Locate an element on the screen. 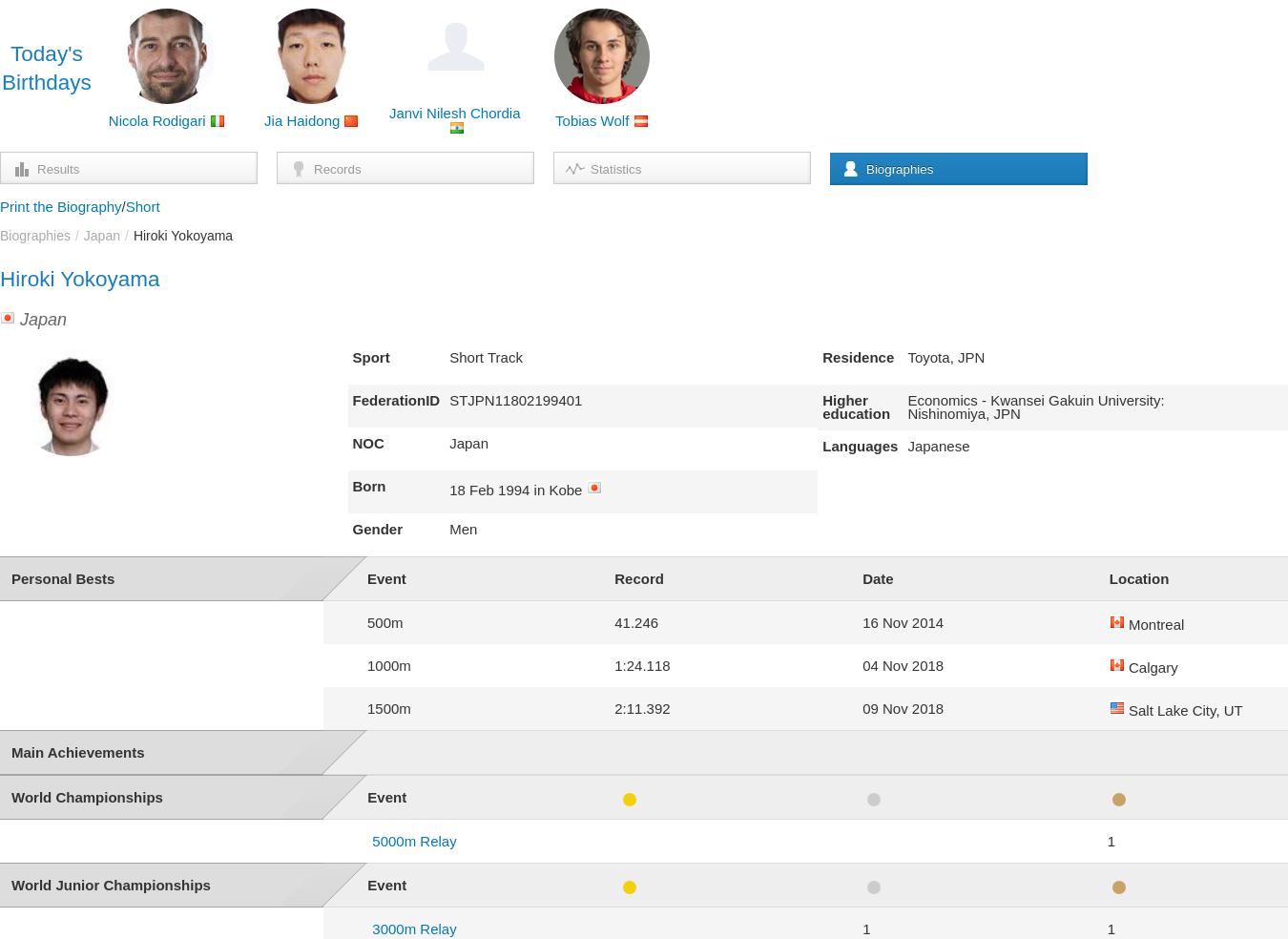 Image resolution: width=1288 pixels, height=939 pixels. 'Economics - Kwansei Gakuin University: Nishinomiya, JPN' is located at coordinates (1035, 407).